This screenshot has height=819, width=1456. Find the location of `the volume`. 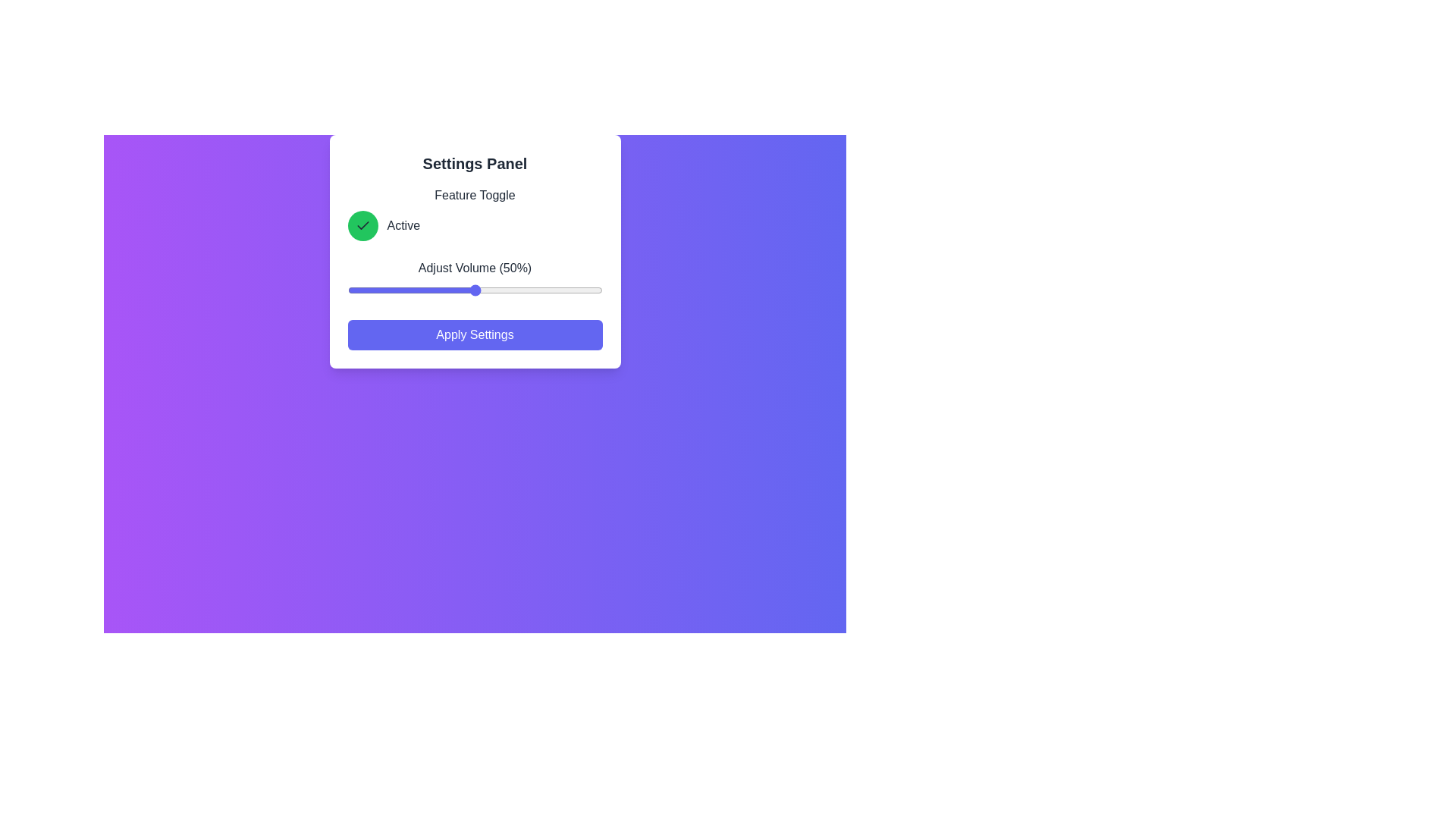

the volume is located at coordinates (411, 290).